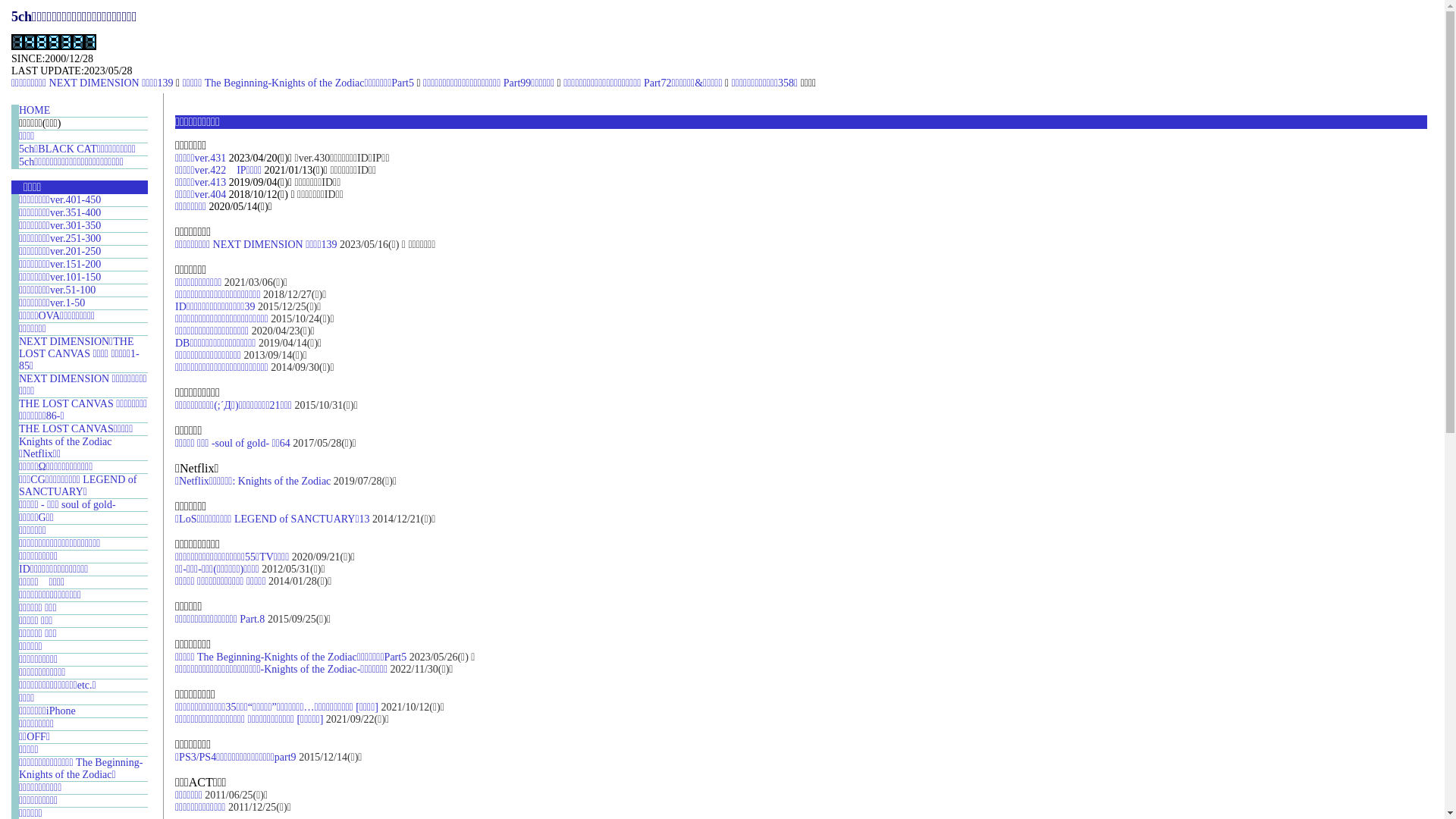  Describe the element at coordinates (34, 109) in the screenshot. I see `'HOME'` at that location.